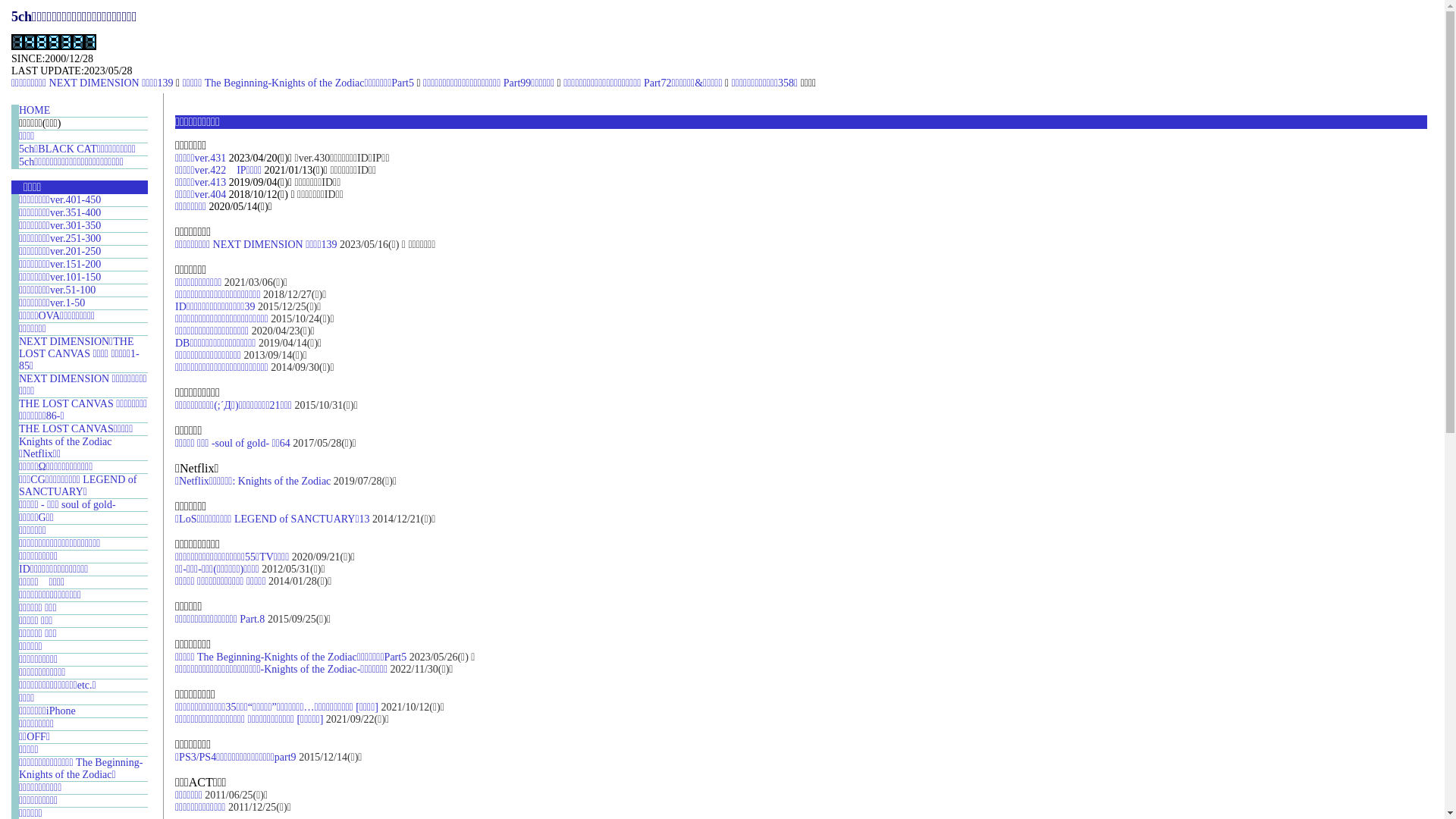  Describe the element at coordinates (34, 109) in the screenshot. I see `'HOME'` at that location.